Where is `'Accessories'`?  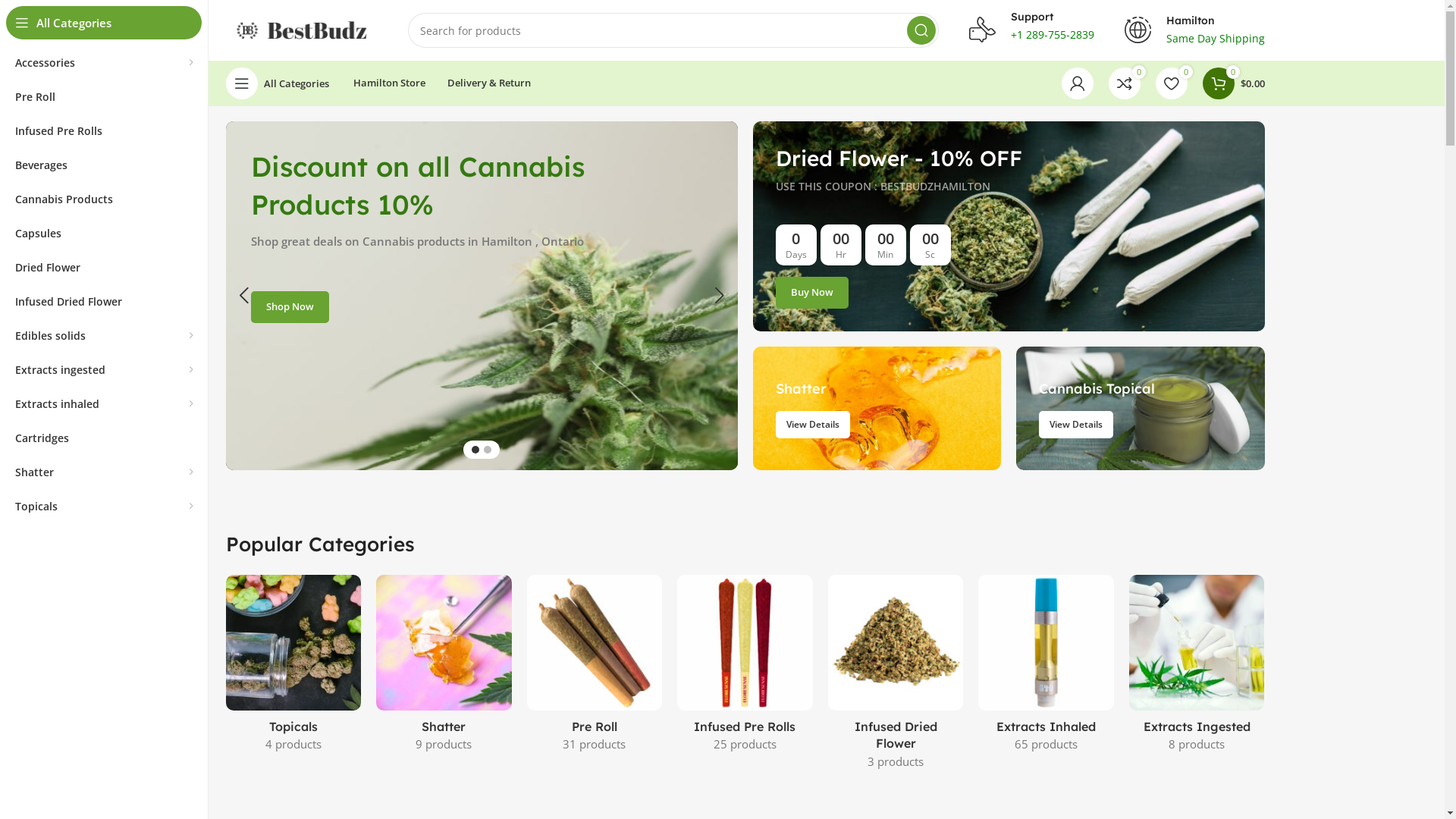
'Accessories' is located at coordinates (103, 61).